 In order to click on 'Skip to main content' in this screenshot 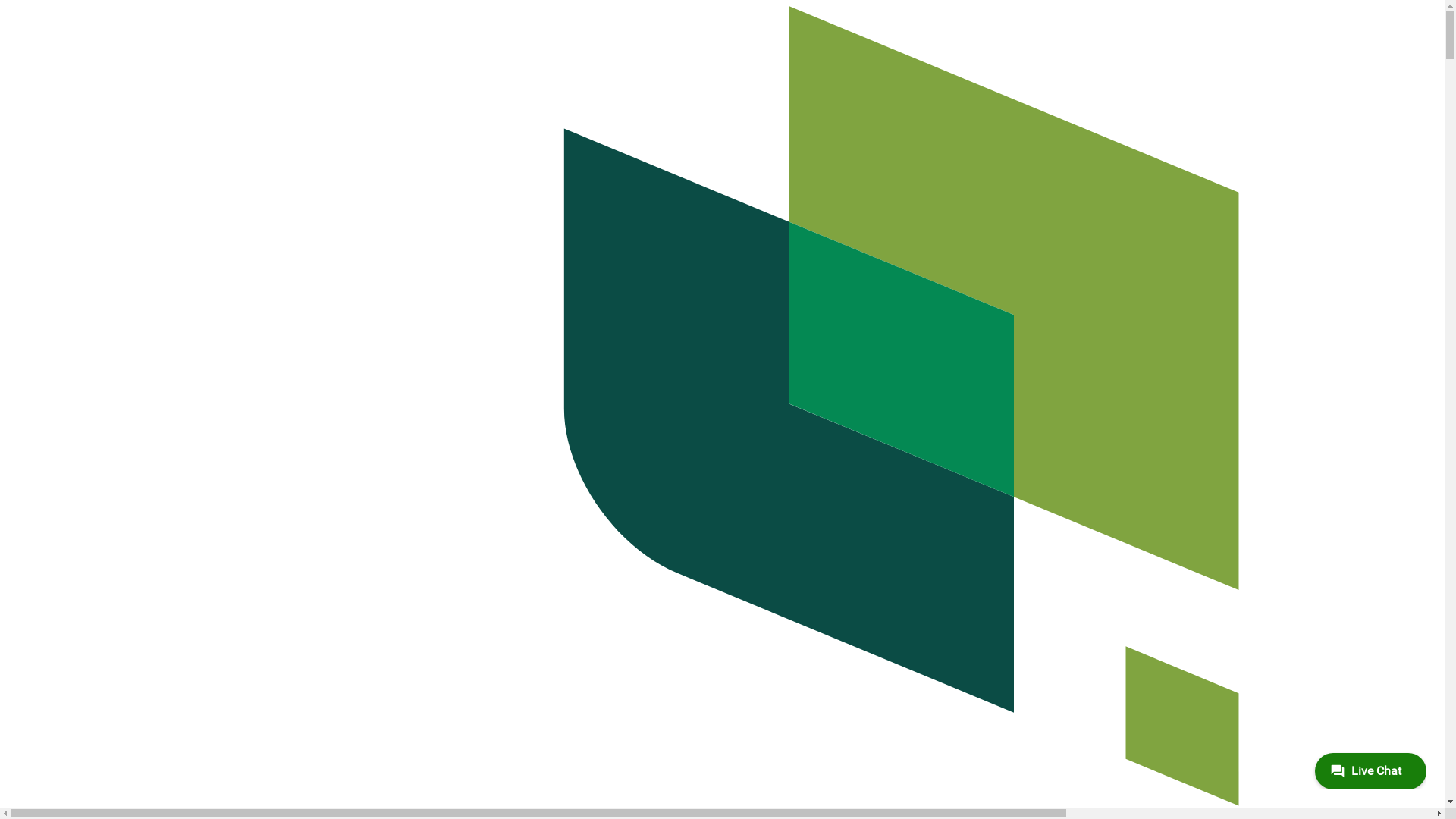, I will do `click(6, 6)`.